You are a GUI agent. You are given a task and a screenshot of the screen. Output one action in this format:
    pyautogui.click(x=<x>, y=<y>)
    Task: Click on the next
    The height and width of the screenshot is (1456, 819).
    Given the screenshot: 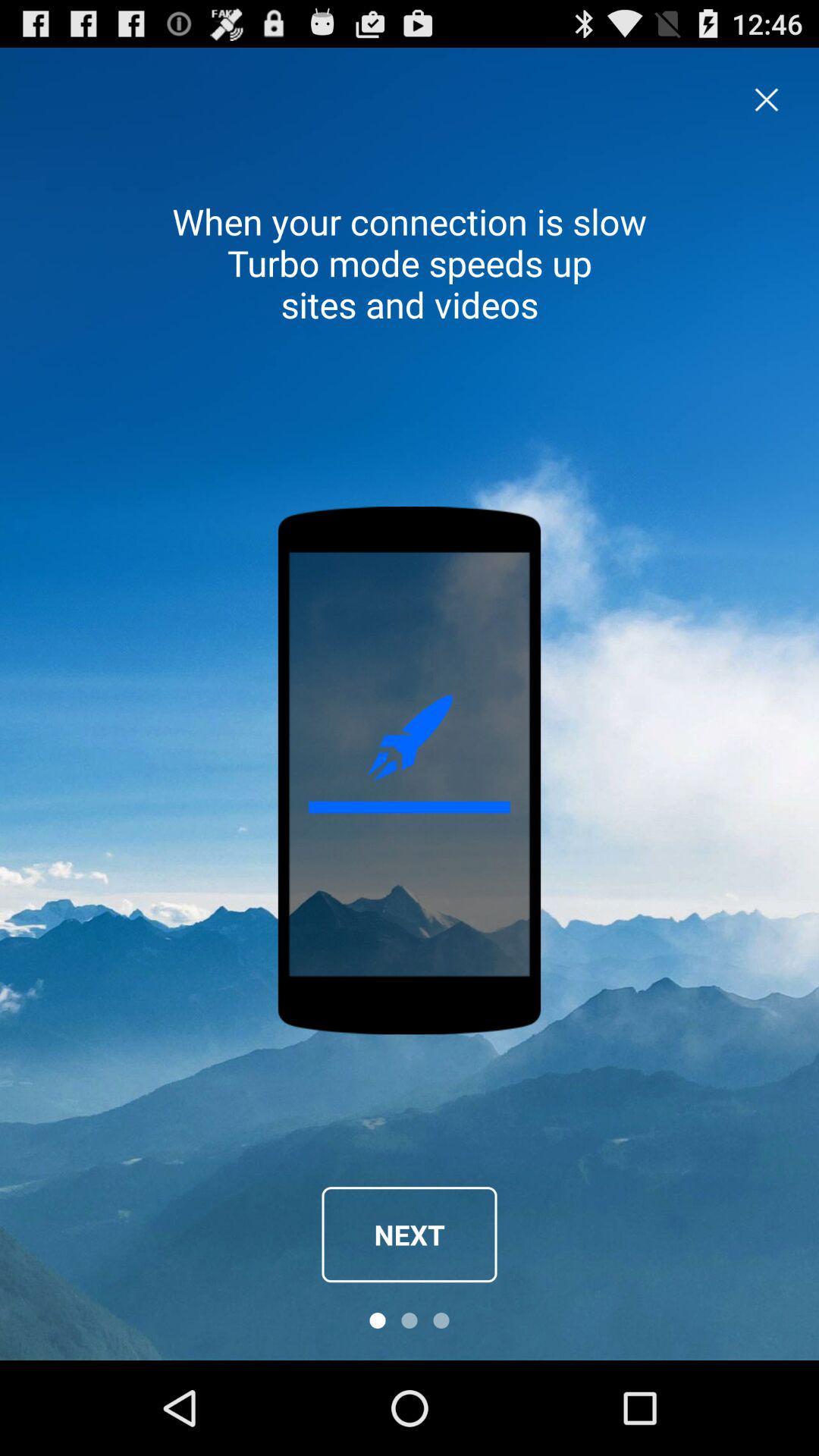 What is the action you would take?
    pyautogui.click(x=409, y=1235)
    